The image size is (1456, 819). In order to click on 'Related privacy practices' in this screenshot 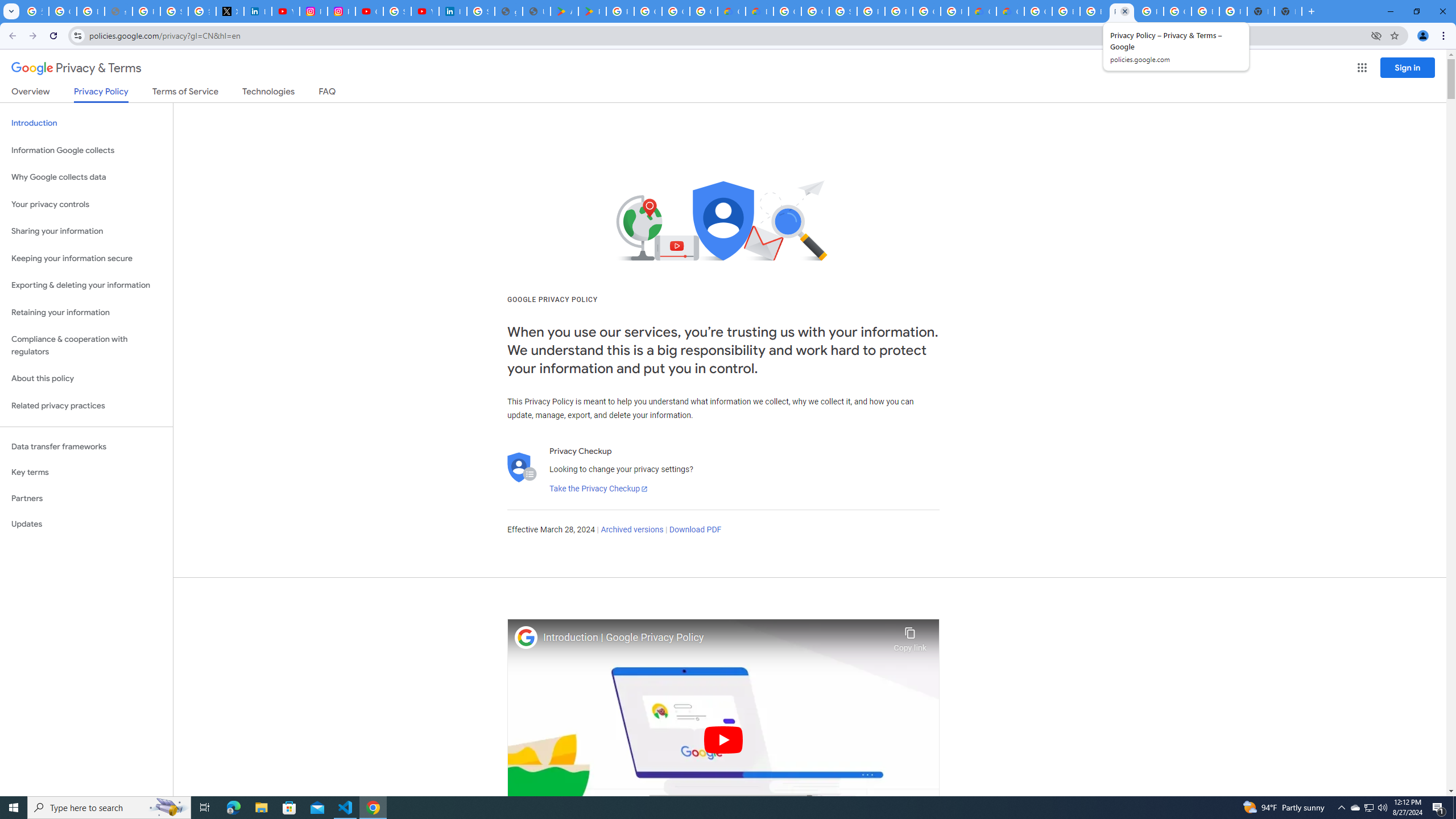, I will do `click(86, 405)`.